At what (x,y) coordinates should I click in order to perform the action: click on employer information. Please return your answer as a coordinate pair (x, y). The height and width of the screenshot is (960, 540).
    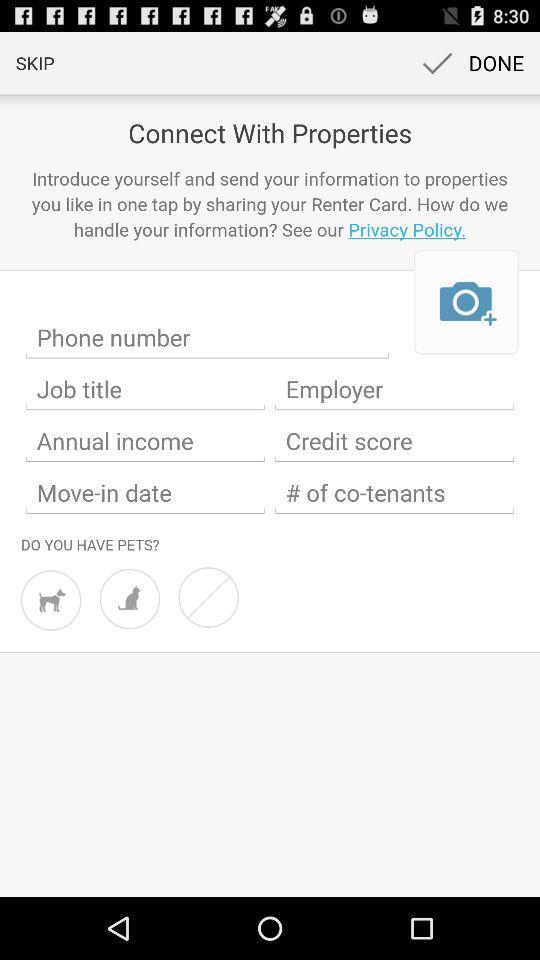
    Looking at the image, I should click on (394, 388).